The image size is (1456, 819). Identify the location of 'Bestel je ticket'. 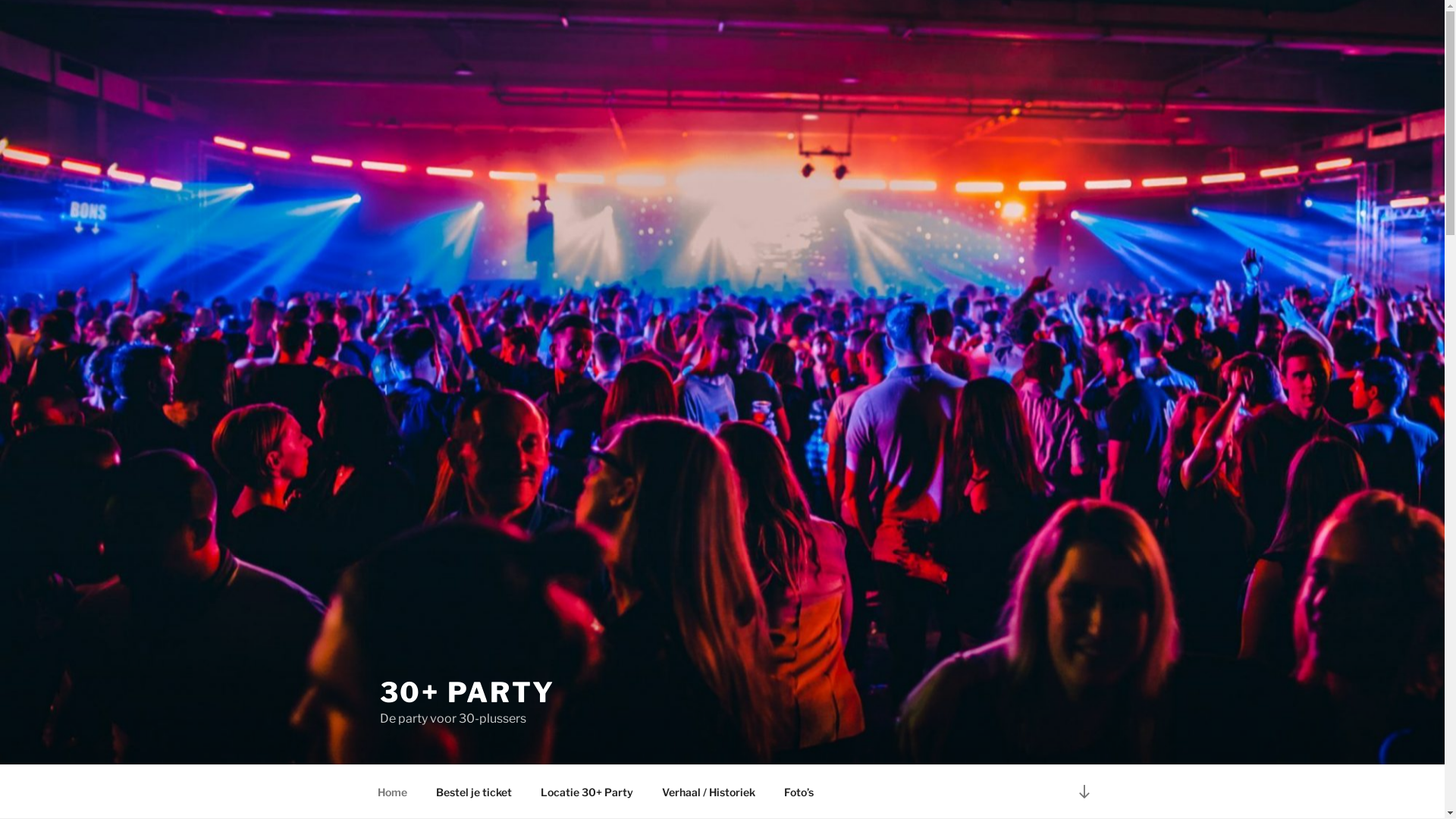
(422, 791).